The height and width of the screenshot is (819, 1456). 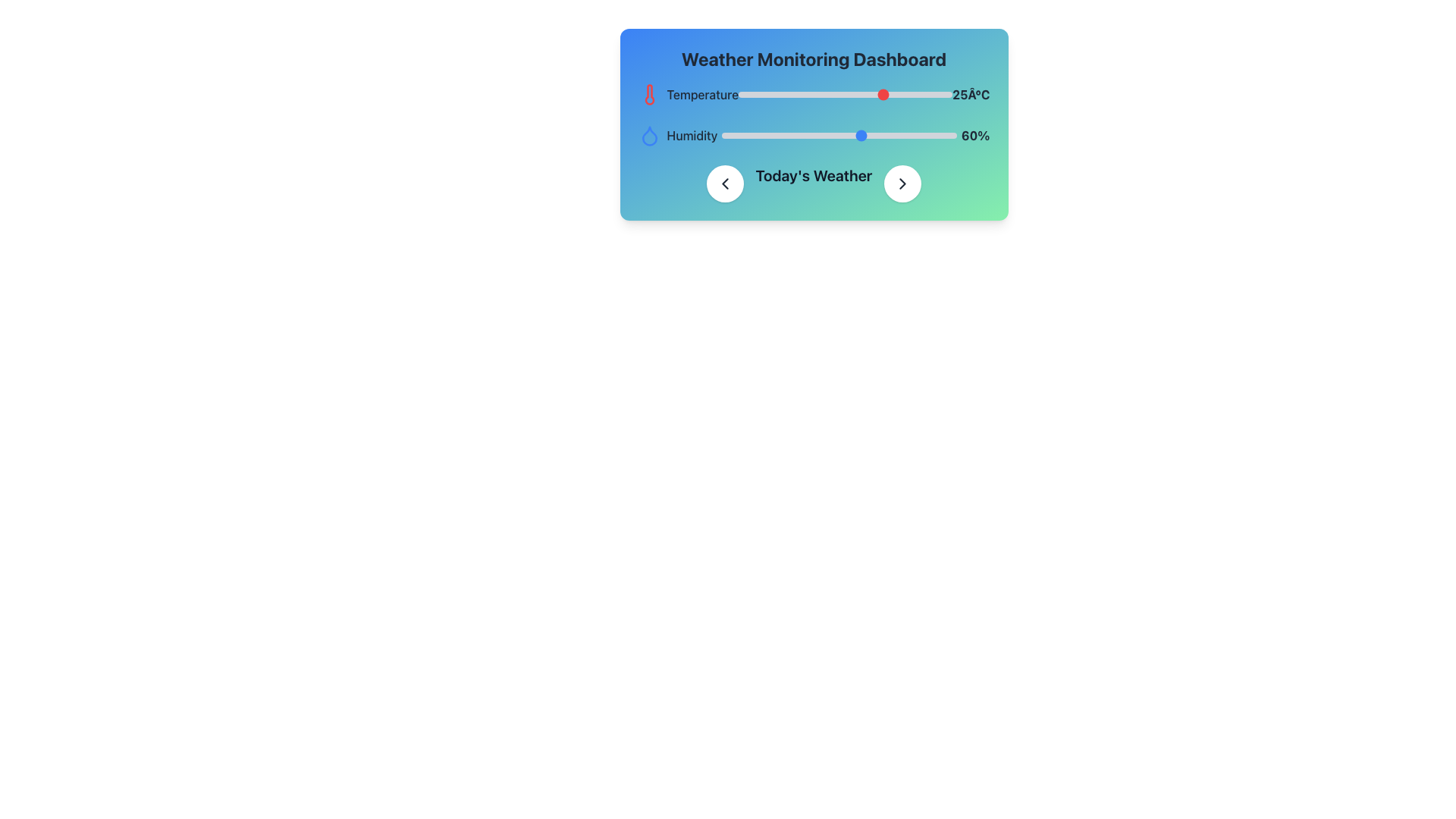 I want to click on the horizontal humidity slider element, which features a rounded handle and is located in the Weather Monitoring Dashboard, positioned between the 'Humidity' label and the '60%' percentage display, so click(x=813, y=134).